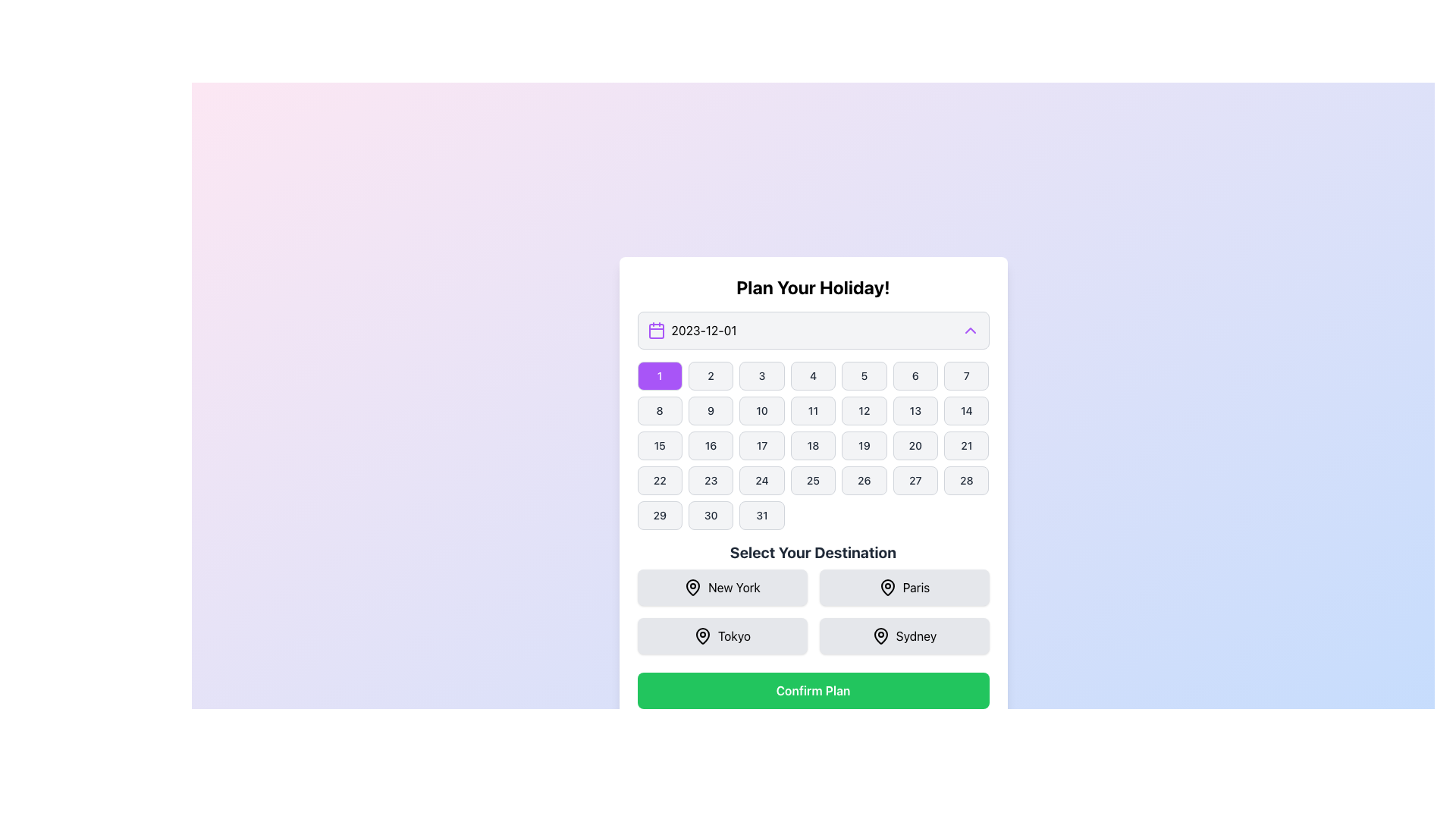 This screenshot has height=819, width=1456. Describe the element at coordinates (864, 411) in the screenshot. I see `the button displaying the number '12' in the calendar grid, which is a rounded rectangle with a light gray background and a thin gray border` at that location.